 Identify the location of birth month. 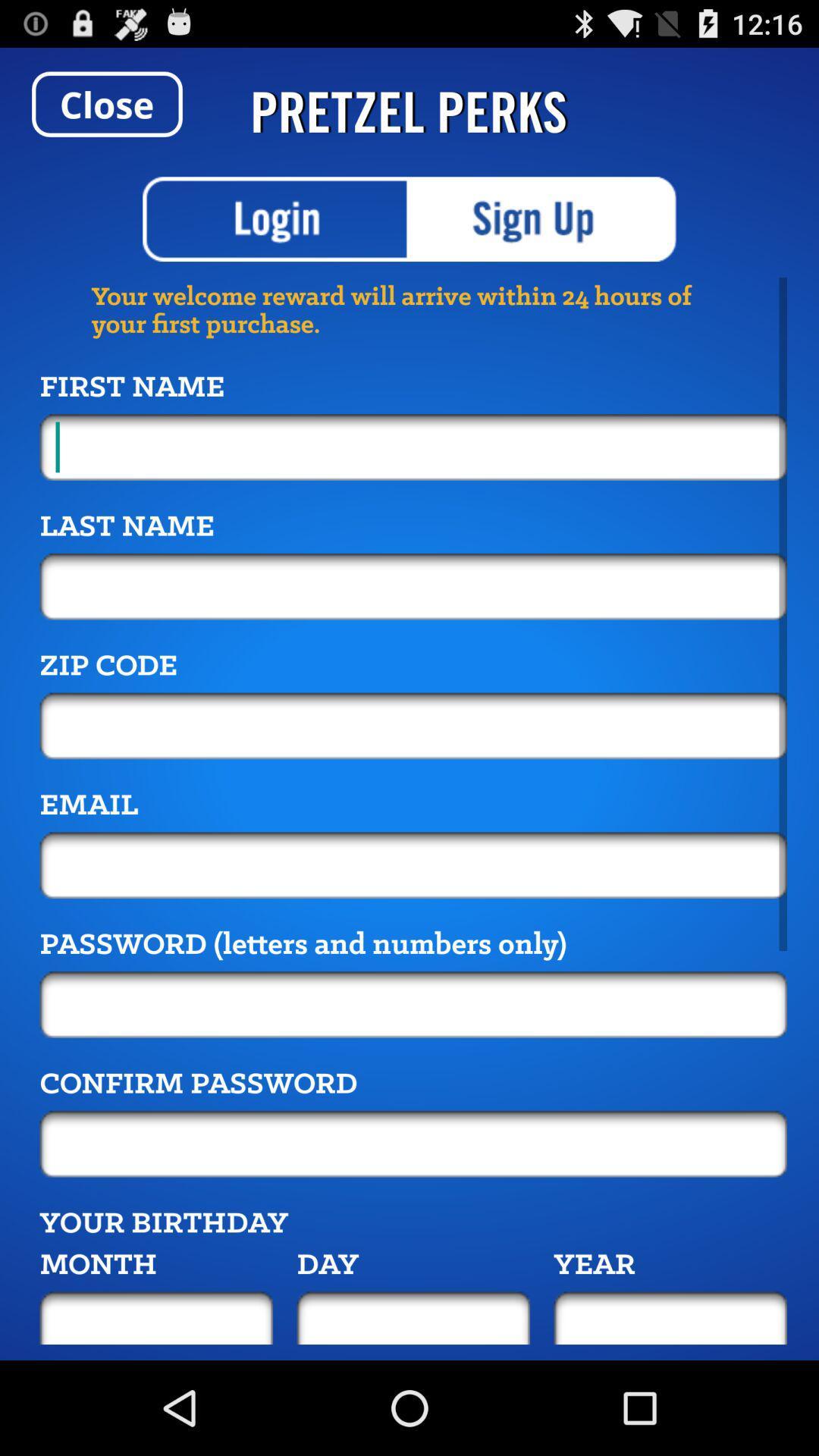
(156, 1317).